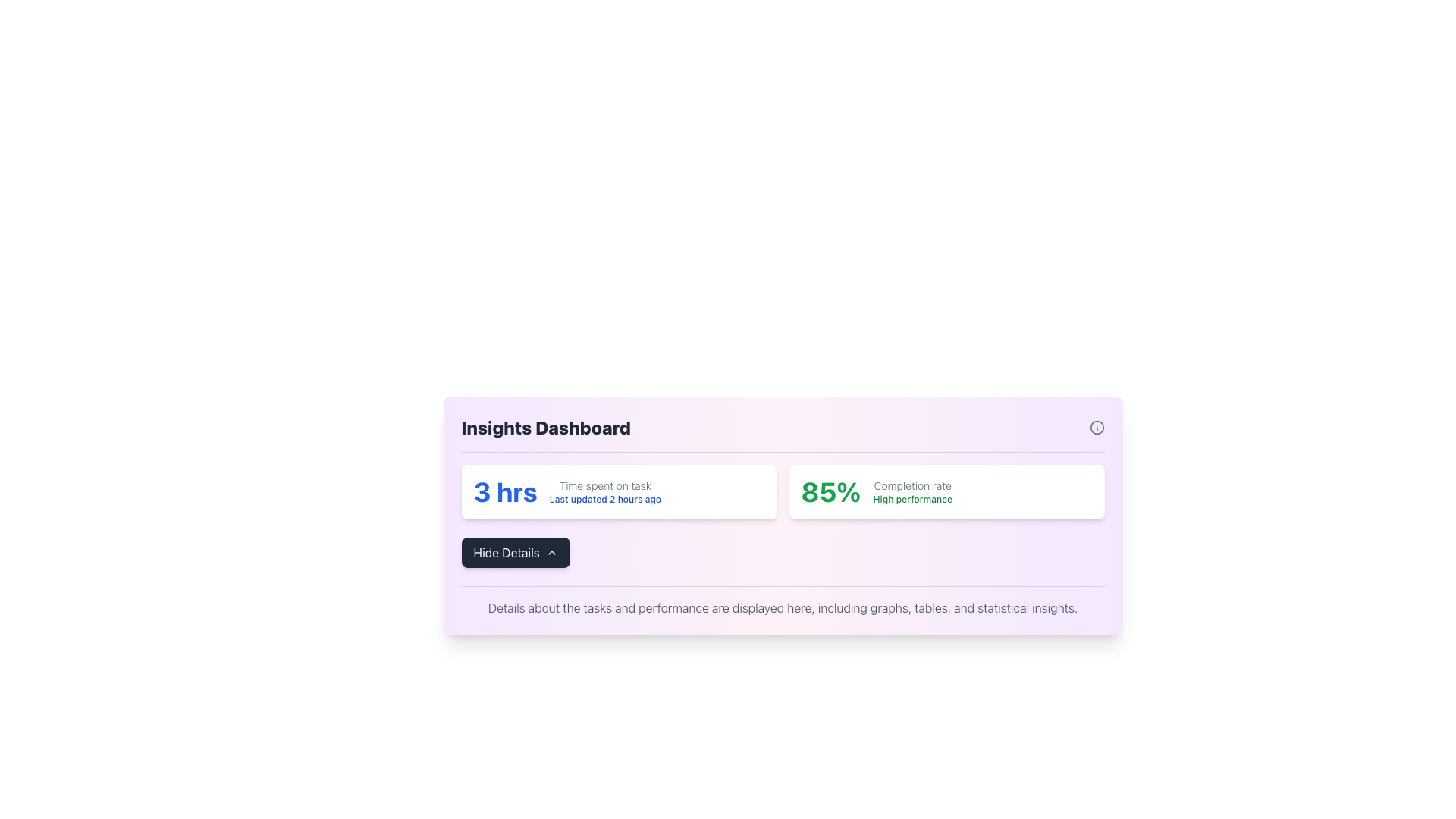  What do you see at coordinates (1097, 427) in the screenshot?
I see `the informational icon located at the top-right corner of the 'Insights Dashboard'` at bounding box center [1097, 427].